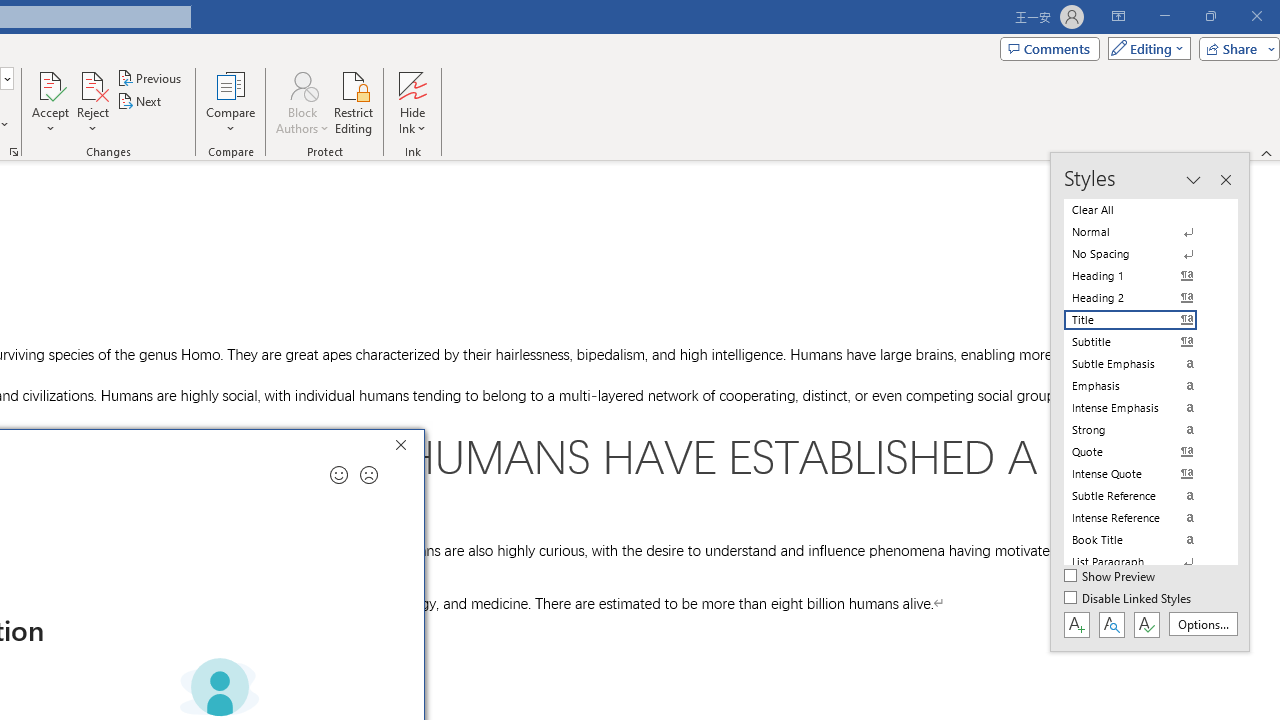  Describe the element at coordinates (339, 475) in the screenshot. I see `'Send a smile for feedback'` at that location.